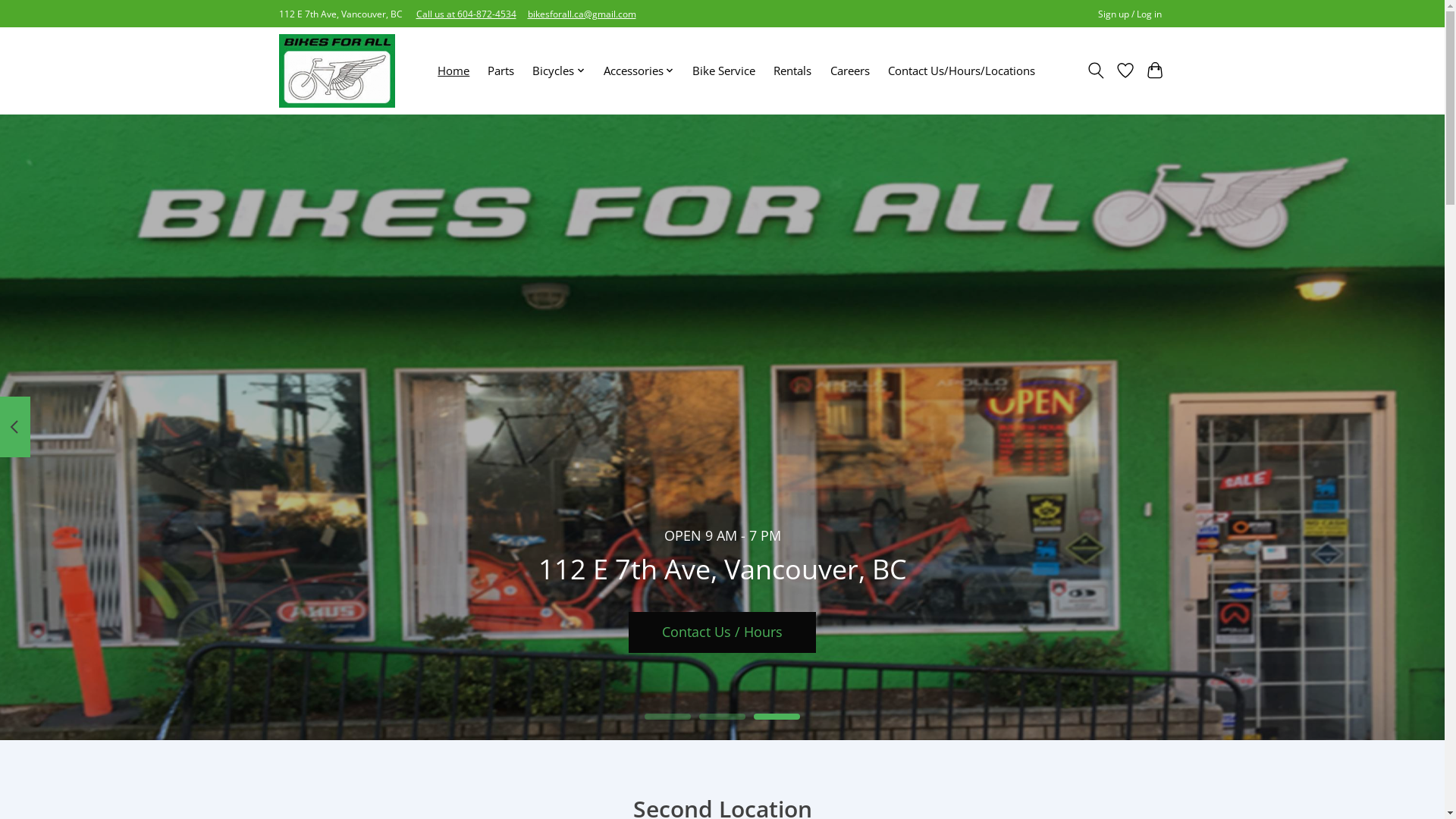 The width and height of the screenshot is (1456, 819). Describe the element at coordinates (1129, 14) in the screenshot. I see `'Sign up / Log in'` at that location.